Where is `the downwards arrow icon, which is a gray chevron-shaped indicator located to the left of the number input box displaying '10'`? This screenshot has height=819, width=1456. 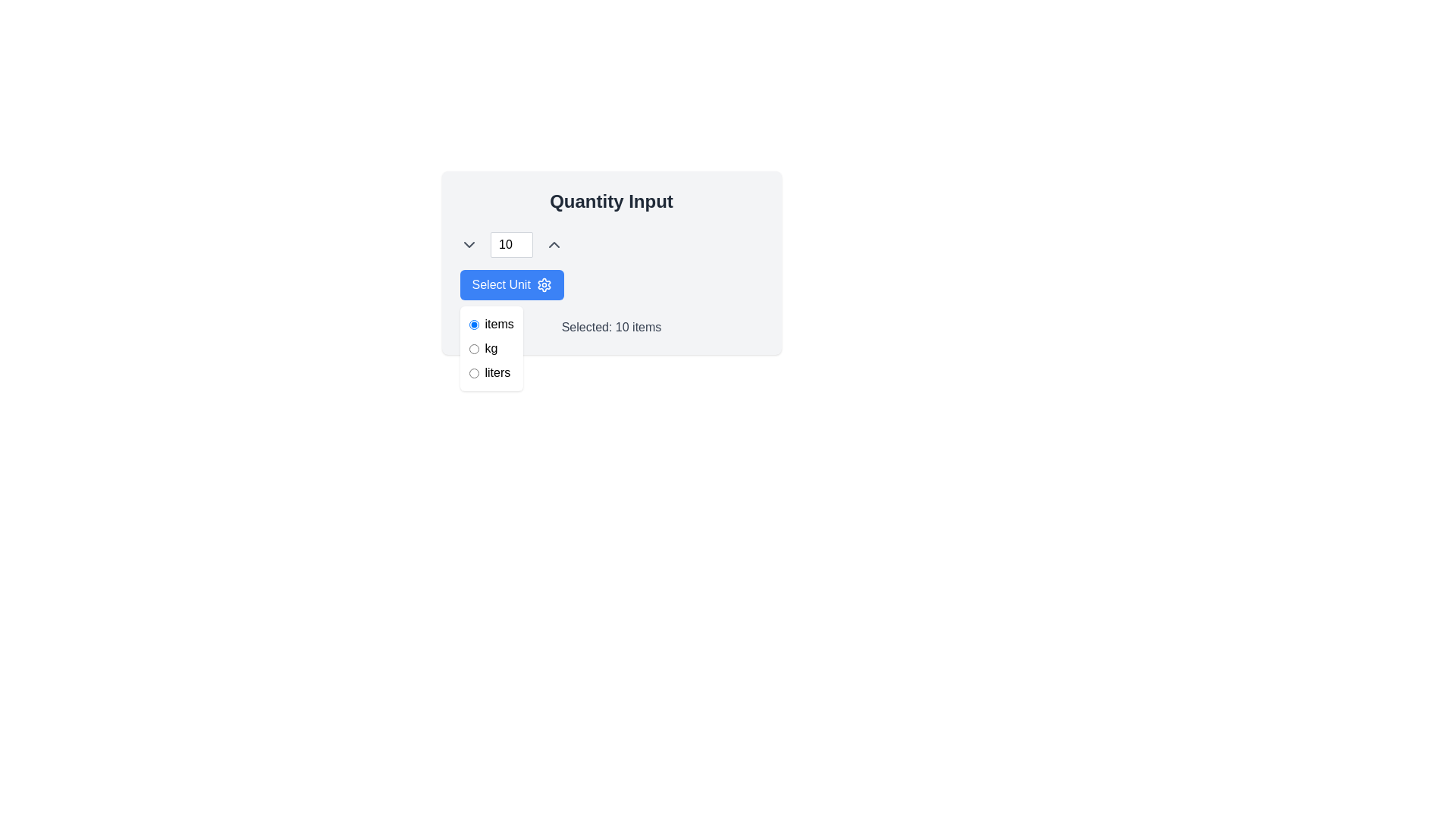
the downwards arrow icon, which is a gray chevron-shaped indicator located to the left of the number input box displaying '10' is located at coordinates (468, 244).